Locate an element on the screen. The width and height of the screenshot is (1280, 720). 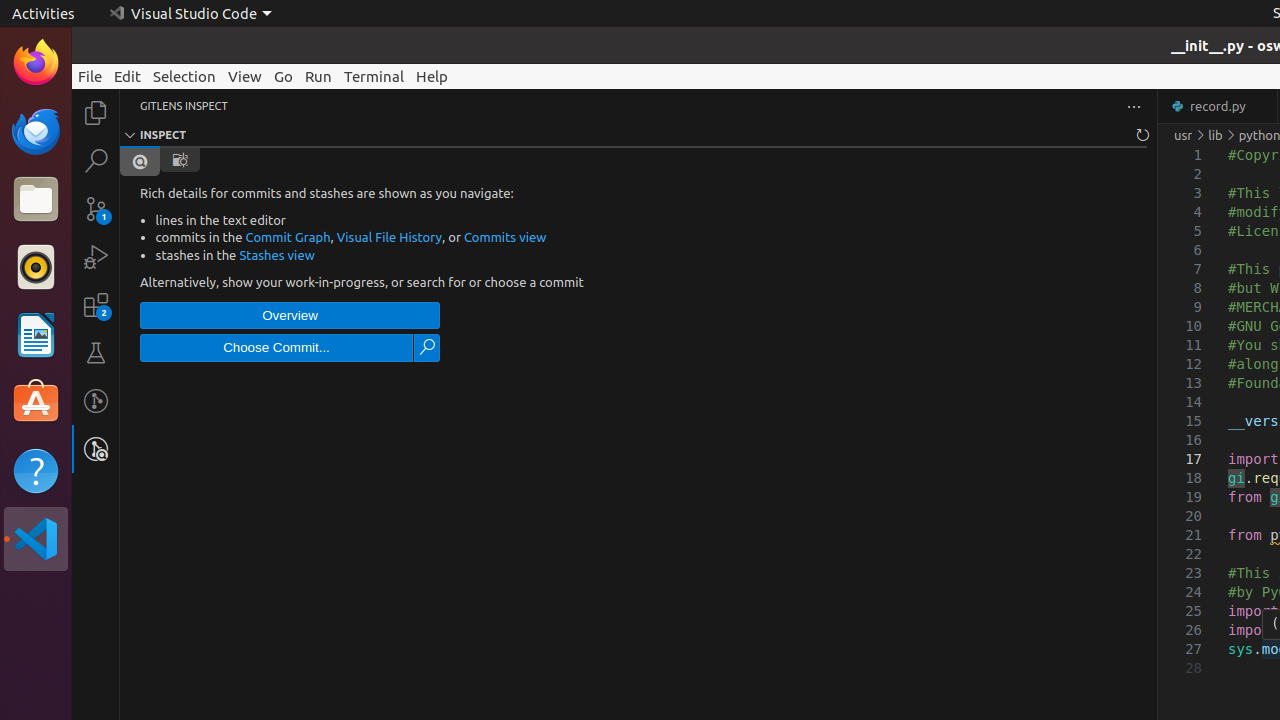
'Explorer (Ctrl+Shift+E)' is located at coordinates (95, 112).